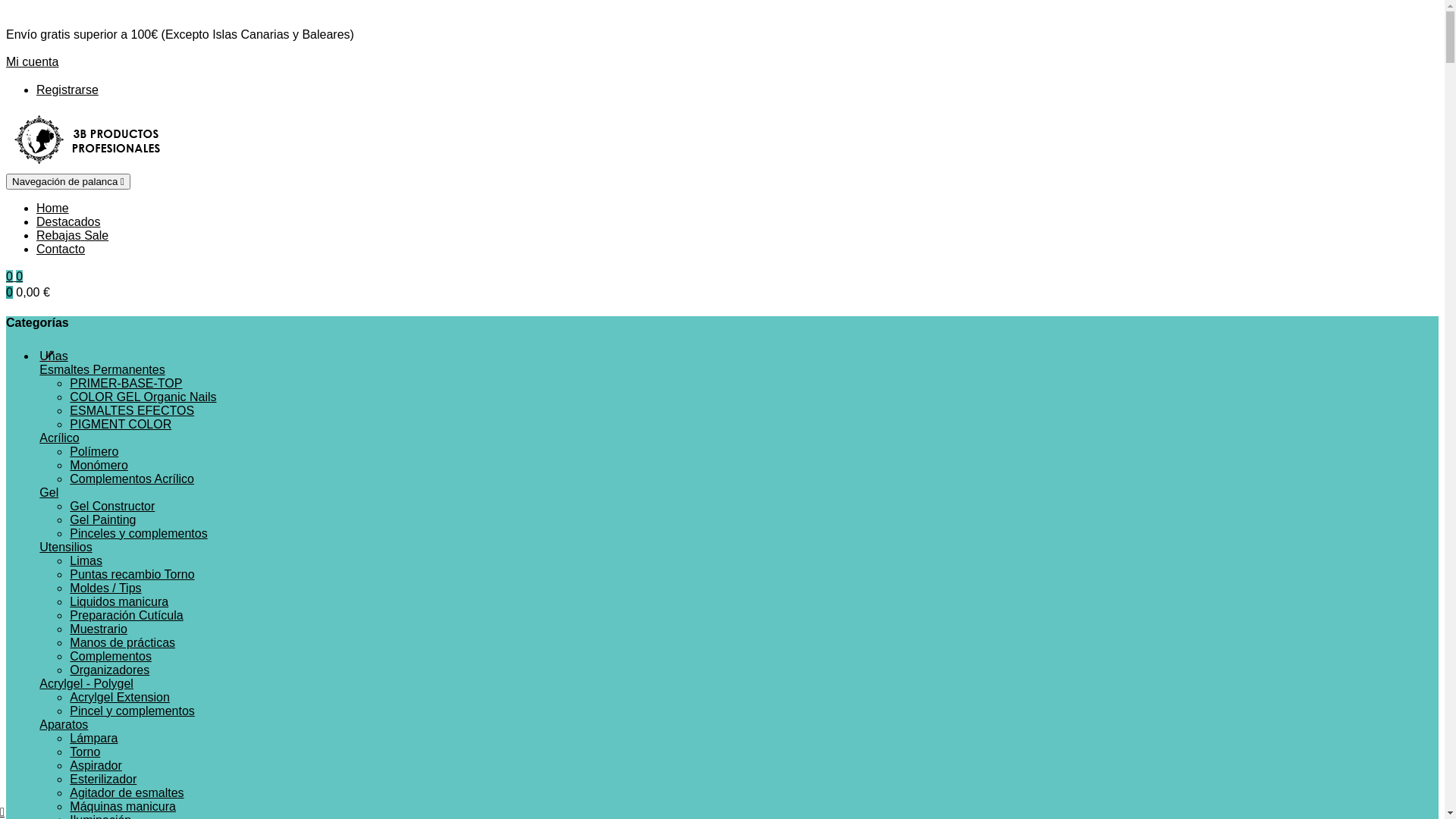  What do you see at coordinates (143, 396) in the screenshot?
I see `'COLOR GEL Organic Nails'` at bounding box center [143, 396].